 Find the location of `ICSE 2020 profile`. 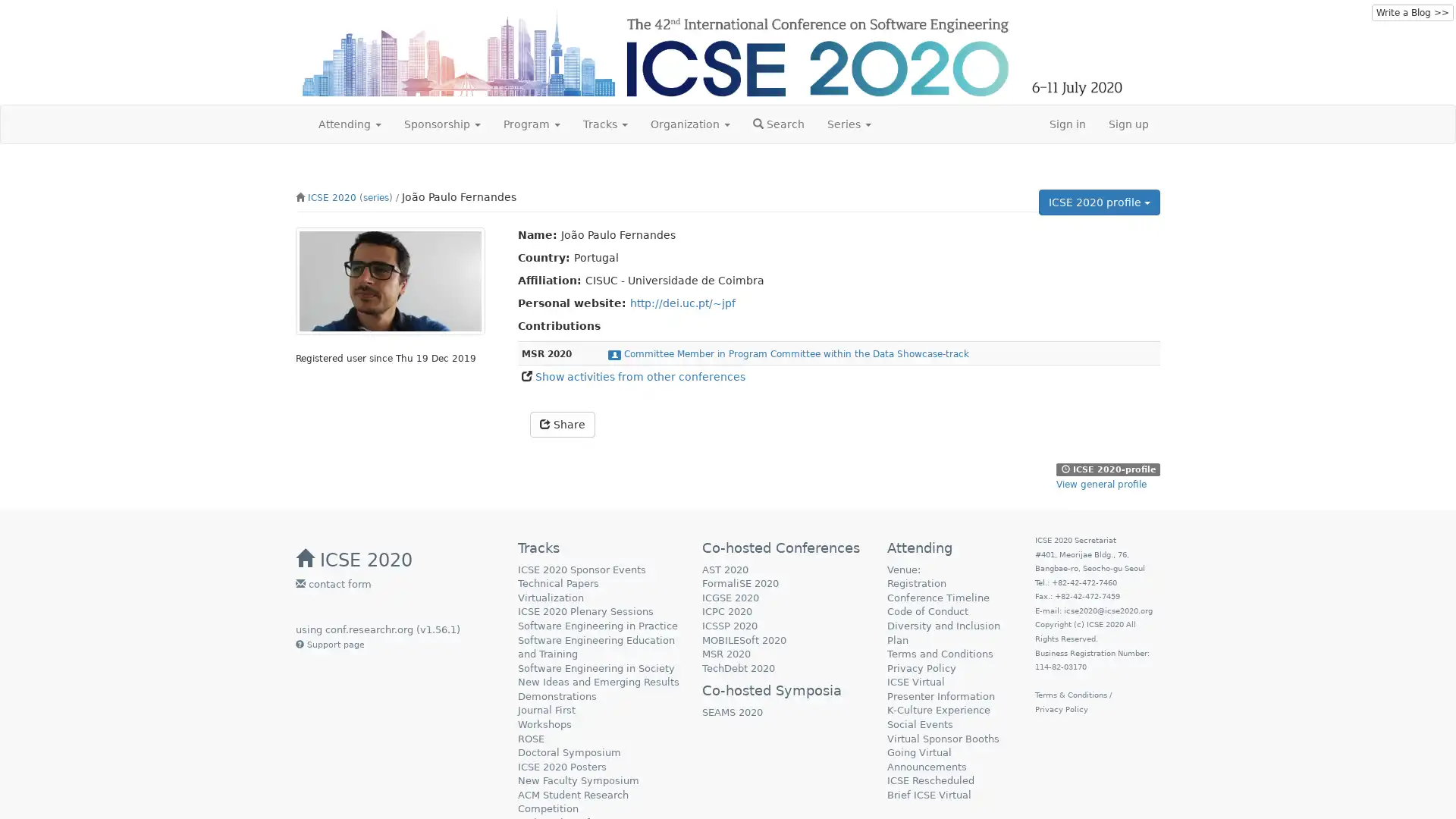

ICSE 2020 profile is located at coordinates (1099, 201).